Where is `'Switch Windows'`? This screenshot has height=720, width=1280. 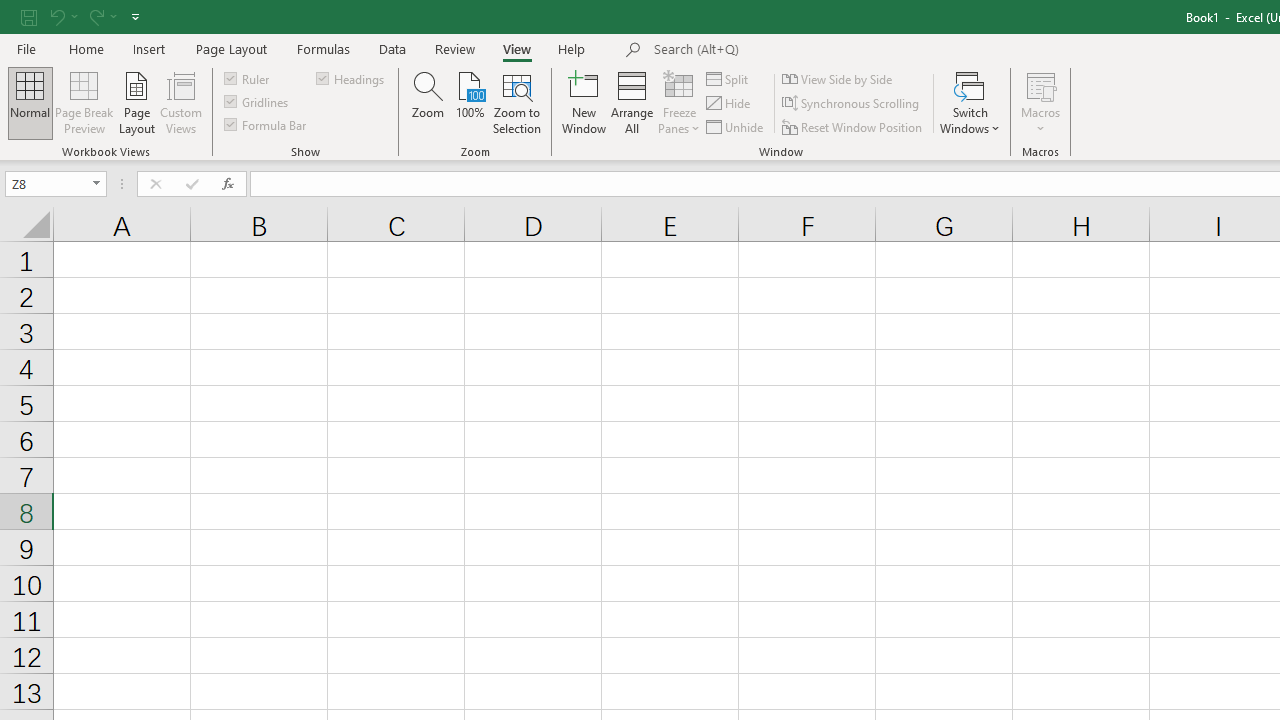 'Switch Windows' is located at coordinates (970, 103).